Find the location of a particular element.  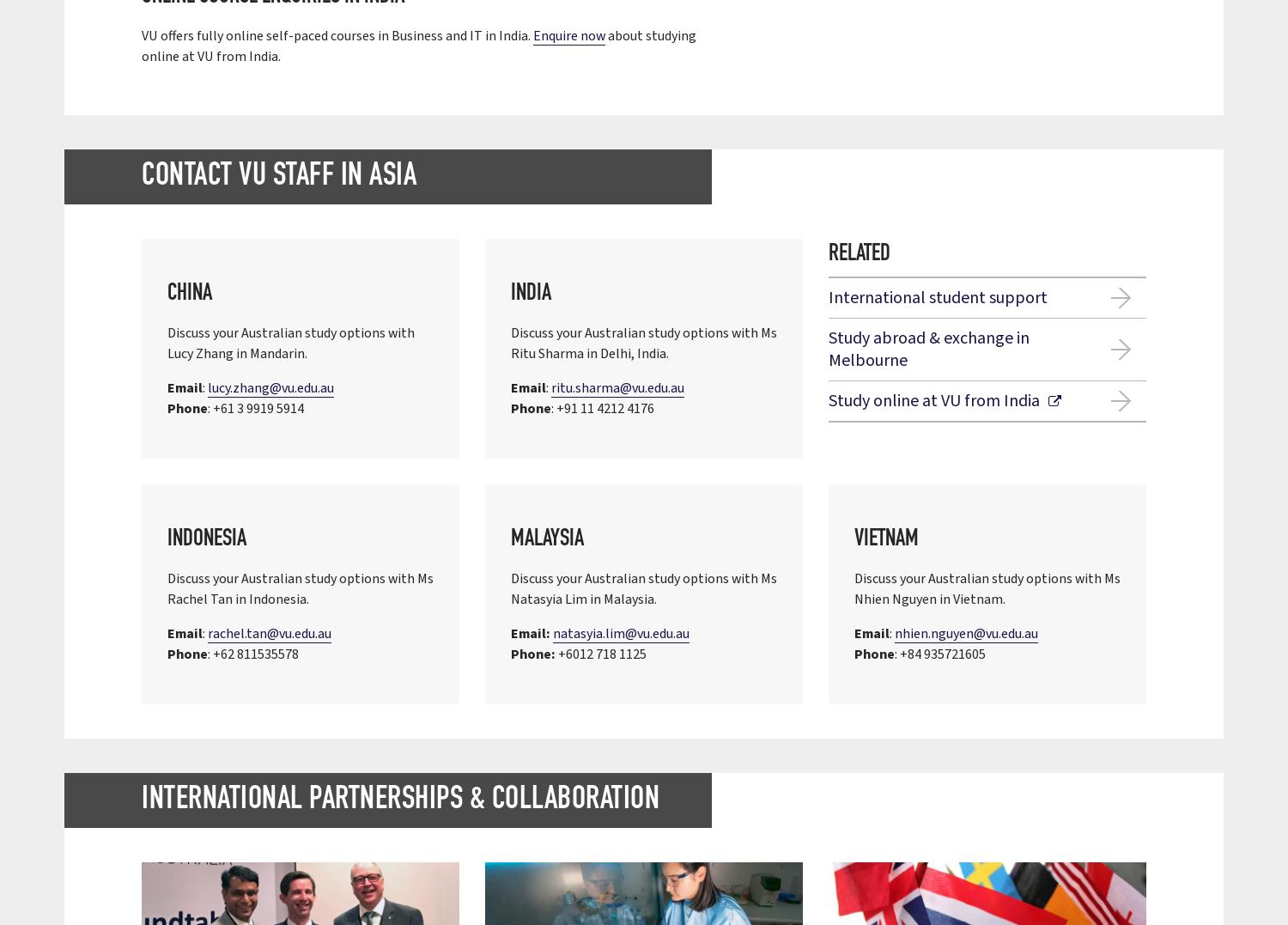

'Discuss your Australian study options with Ms Rachel Tan in Indonesia.' is located at coordinates (299, 588).